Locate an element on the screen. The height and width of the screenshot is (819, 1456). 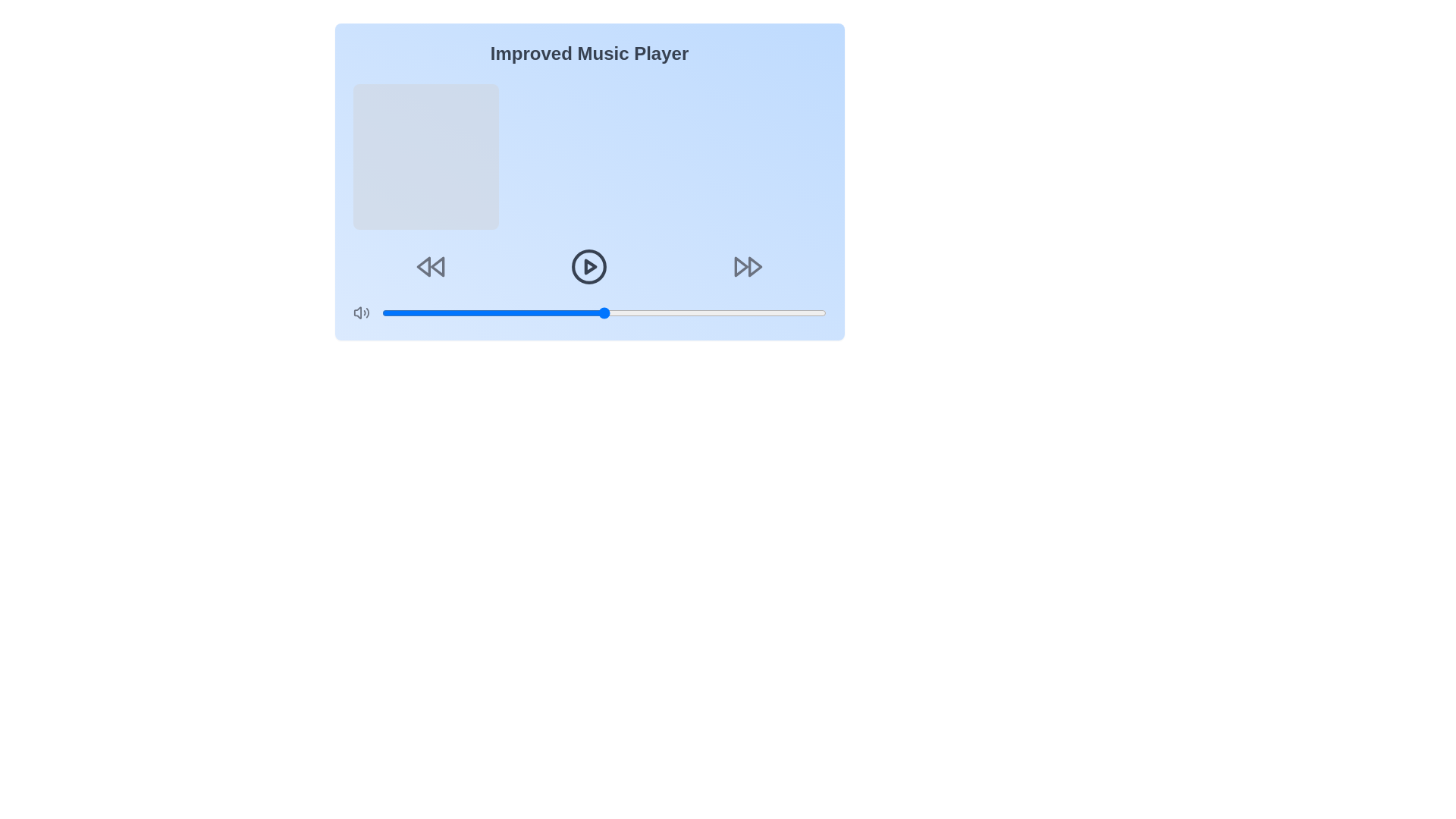
the slider value is located at coordinates (435, 312).